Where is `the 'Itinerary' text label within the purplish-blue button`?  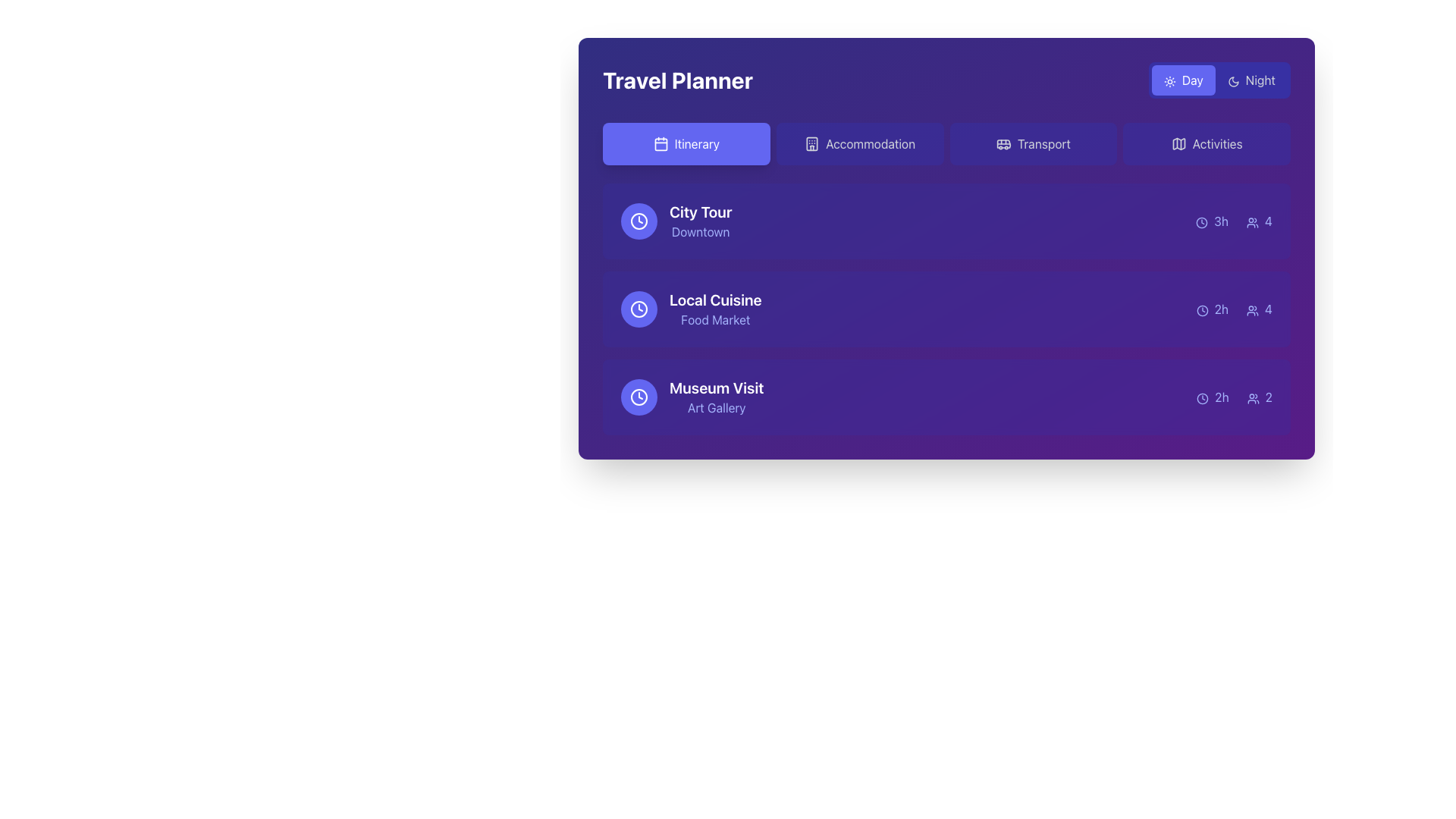
the 'Itinerary' text label within the purplish-blue button is located at coordinates (696, 143).